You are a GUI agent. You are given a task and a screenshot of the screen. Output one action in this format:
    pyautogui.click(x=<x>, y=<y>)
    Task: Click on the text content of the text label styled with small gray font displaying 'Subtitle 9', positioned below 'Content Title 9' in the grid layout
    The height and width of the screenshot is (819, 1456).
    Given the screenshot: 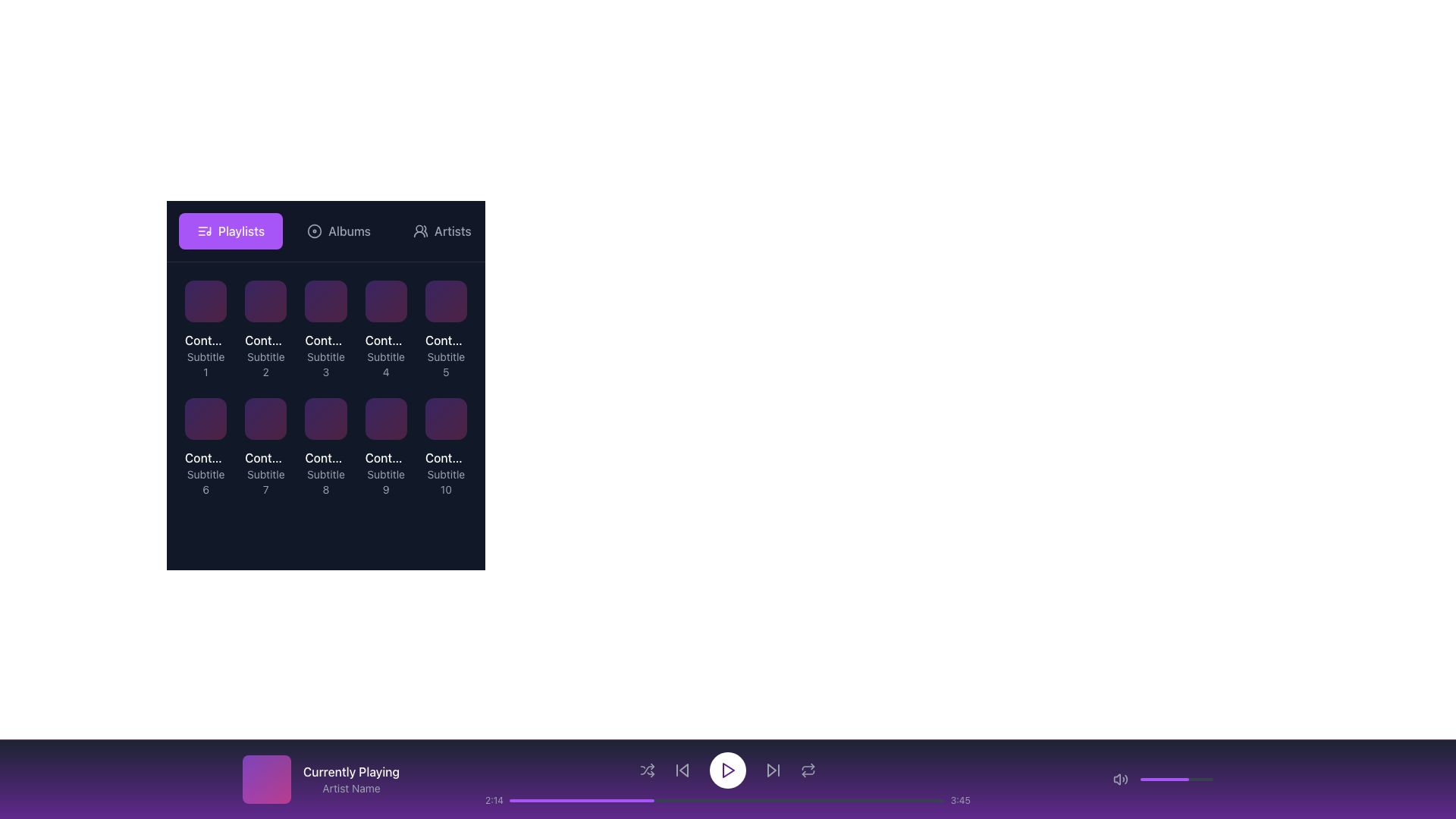 What is the action you would take?
    pyautogui.click(x=386, y=482)
    